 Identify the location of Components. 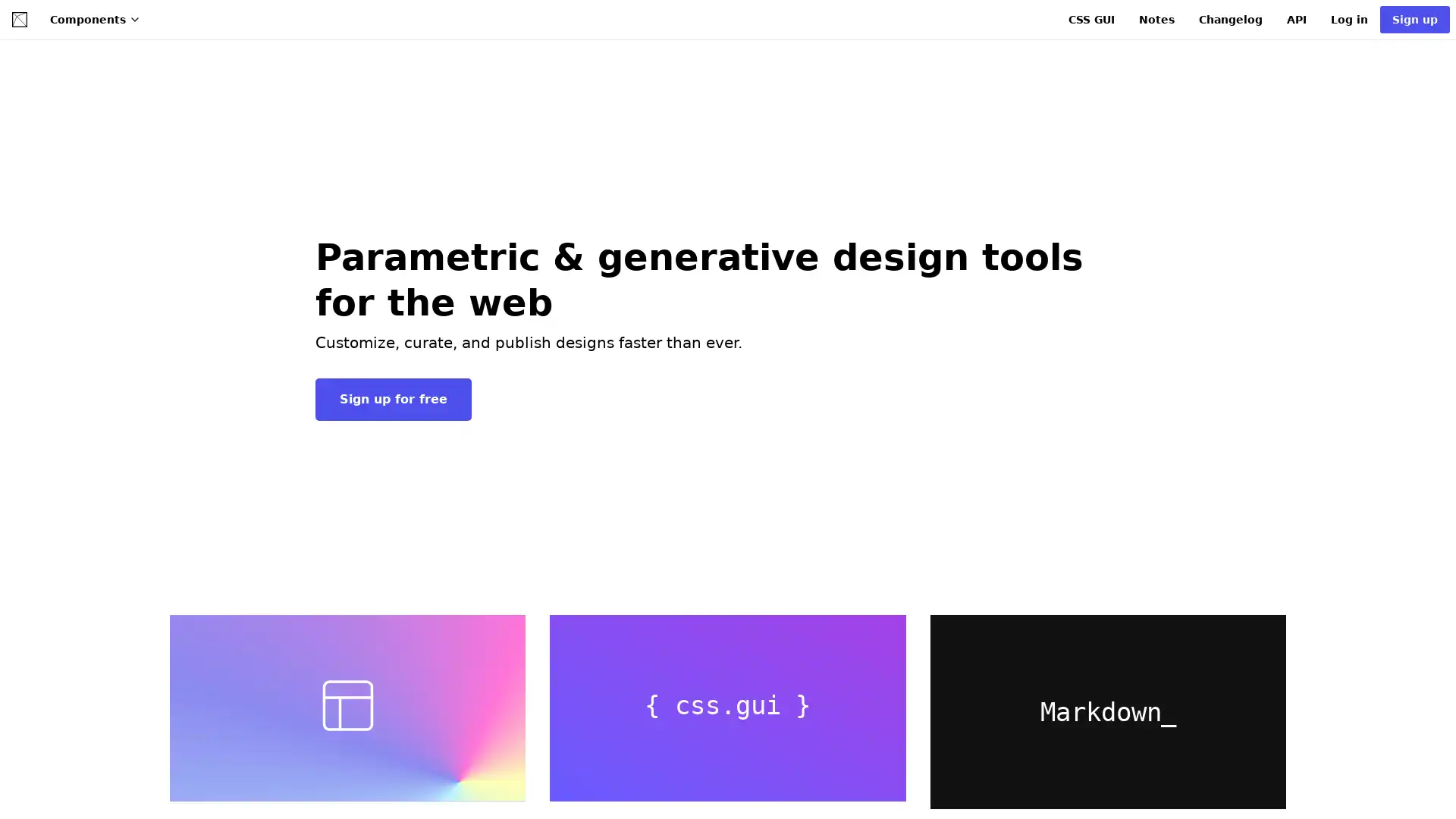
(94, 20).